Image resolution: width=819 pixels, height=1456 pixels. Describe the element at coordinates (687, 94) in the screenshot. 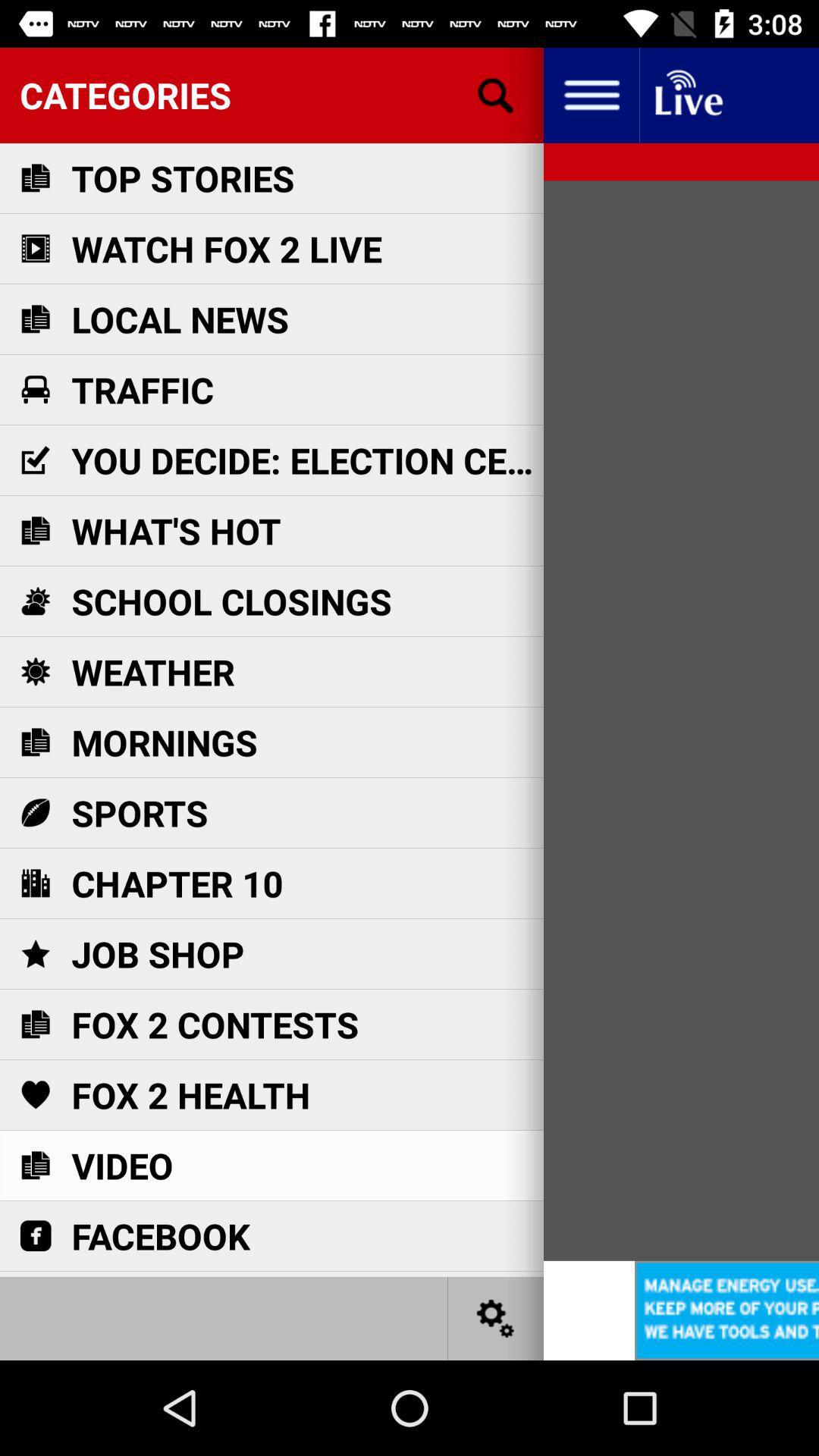

I see `live button` at that location.